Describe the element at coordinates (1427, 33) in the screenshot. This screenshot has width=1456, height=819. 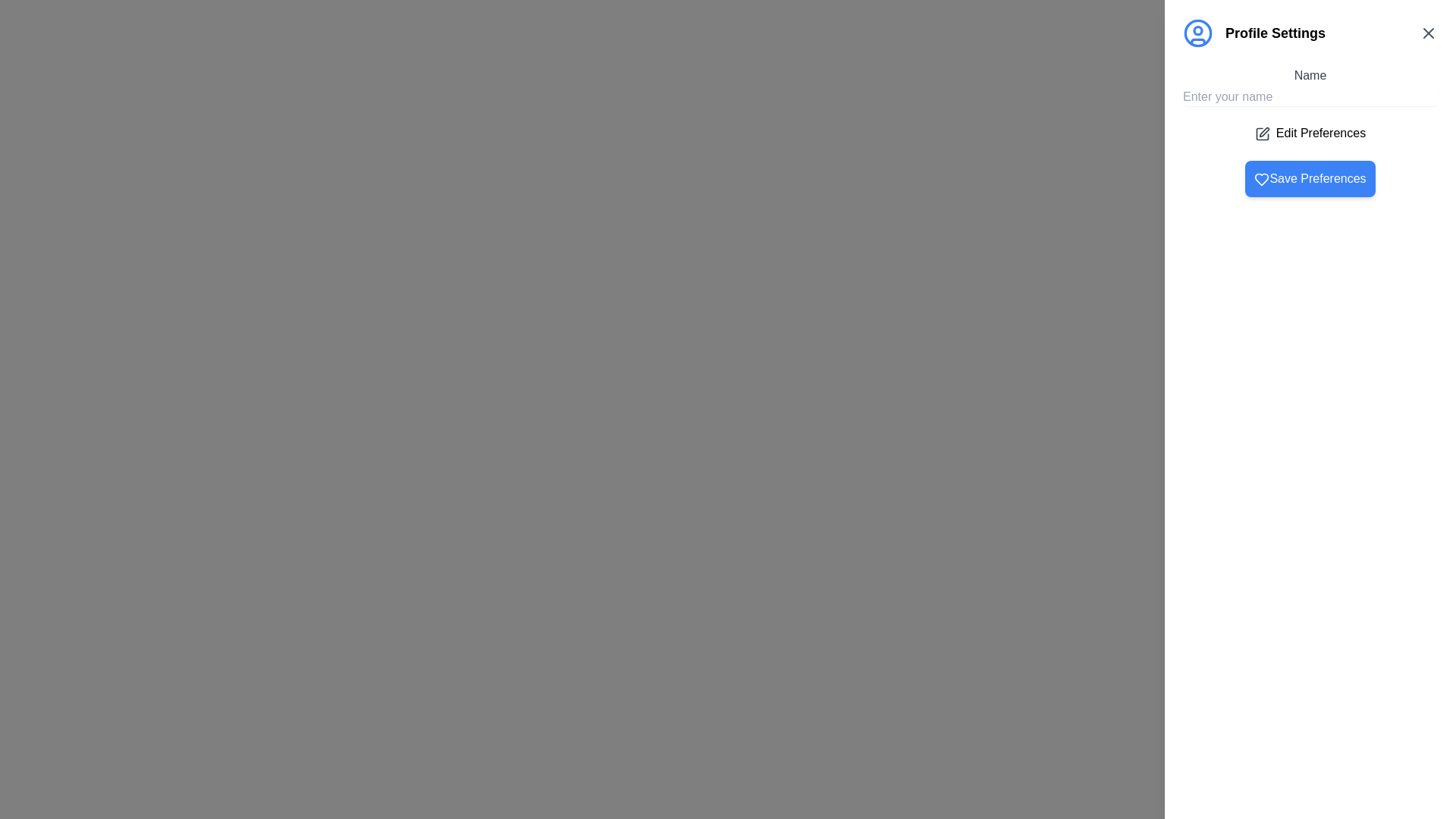
I see `the 'Close' button represented as an 'X' icon in the top-right corner of the 'Profile Settings' header` at that location.